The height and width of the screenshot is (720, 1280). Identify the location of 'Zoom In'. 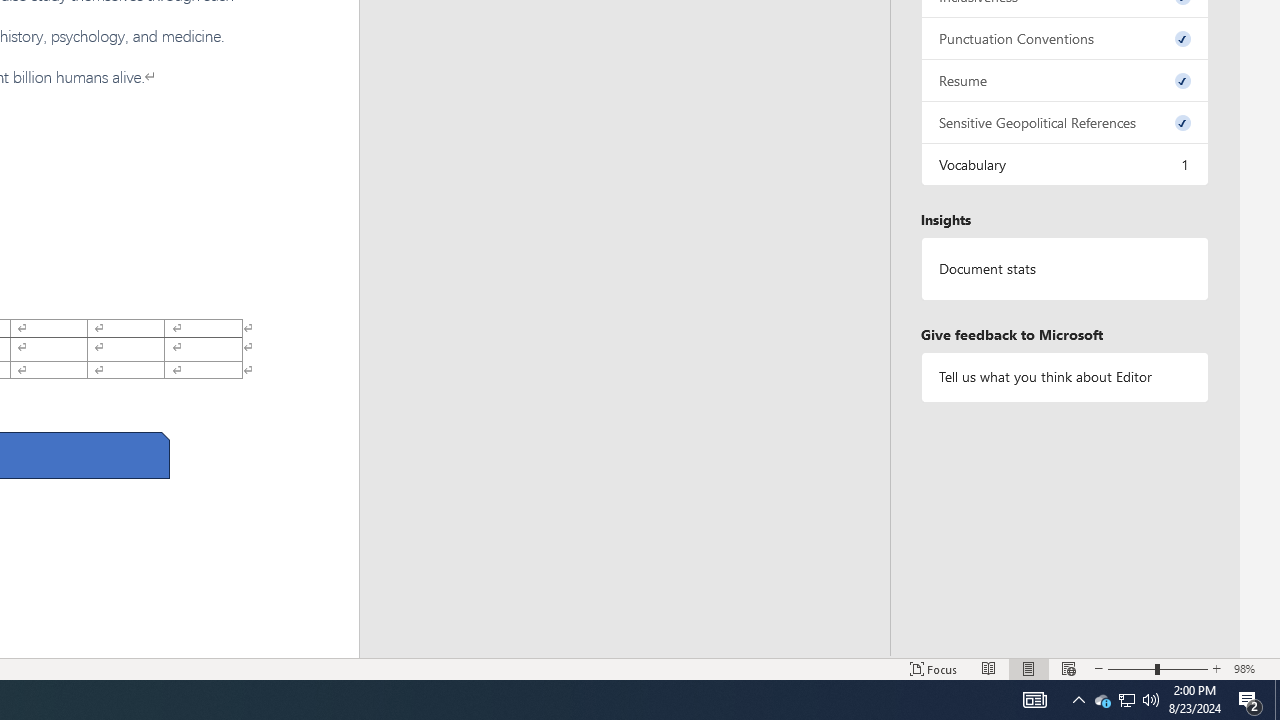
(1216, 669).